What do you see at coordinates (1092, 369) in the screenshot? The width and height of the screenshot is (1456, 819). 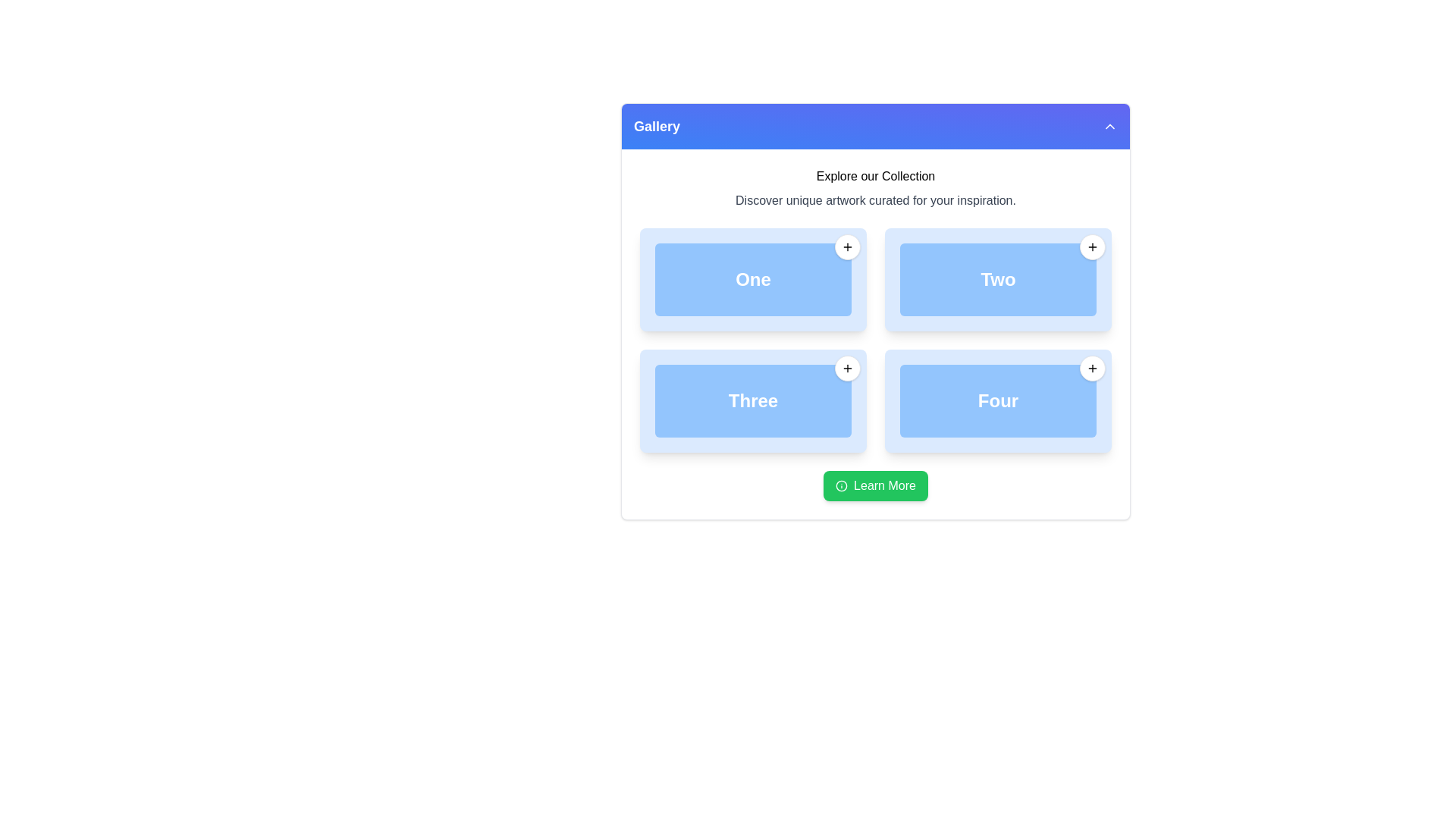 I see `the add or expand action icon located in the top-right corner of the box labeled 'Four' in the 2x2 grid layout` at bounding box center [1092, 369].